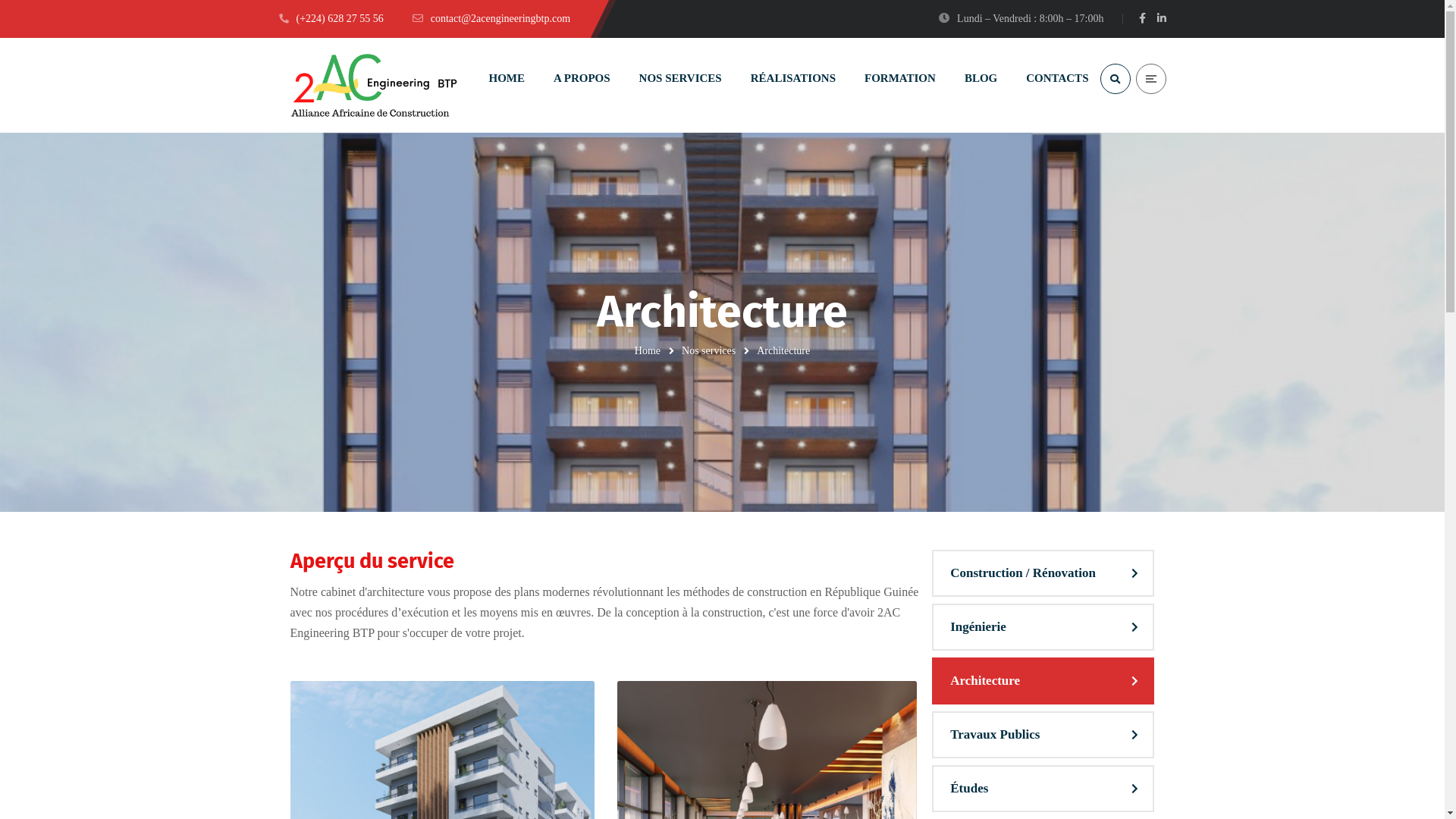  I want to click on '(+224) 628 27 55 56', so click(330, 18).